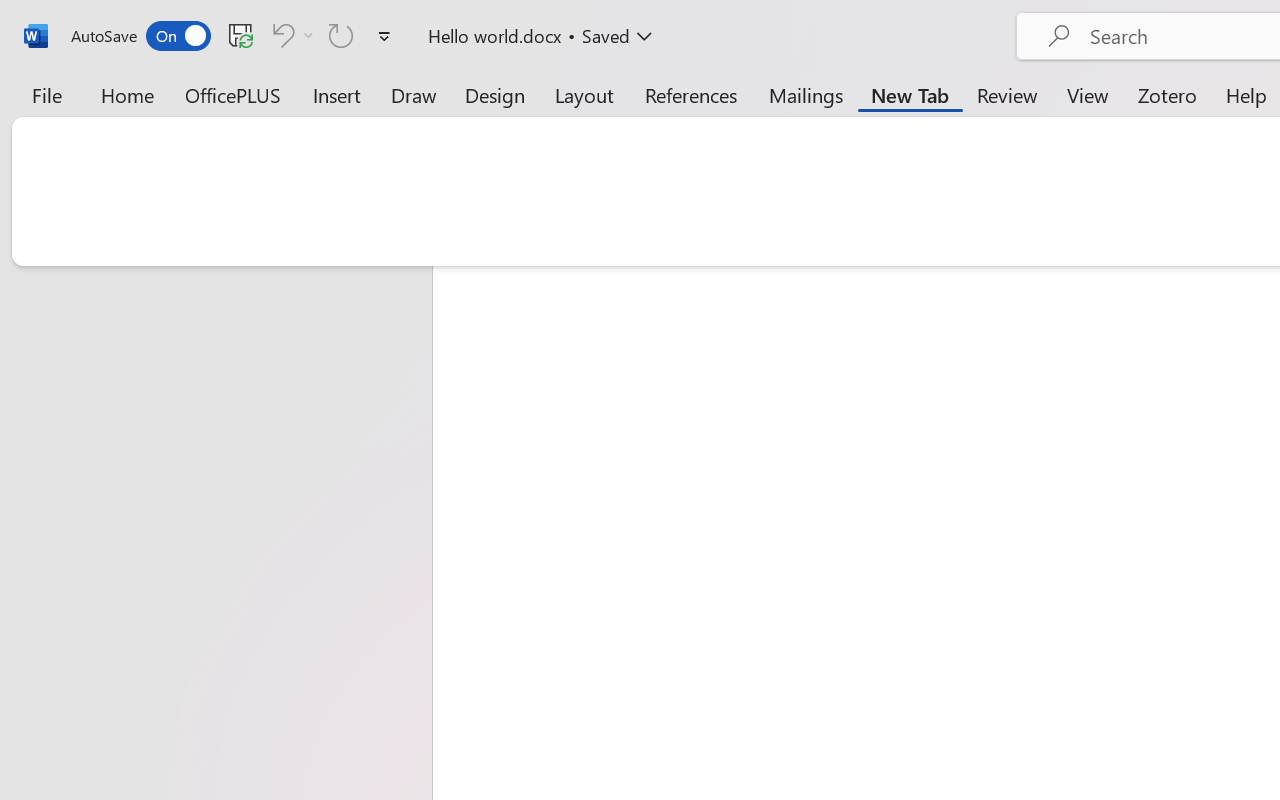  Describe the element at coordinates (240, 34) in the screenshot. I see `'Save'` at that location.